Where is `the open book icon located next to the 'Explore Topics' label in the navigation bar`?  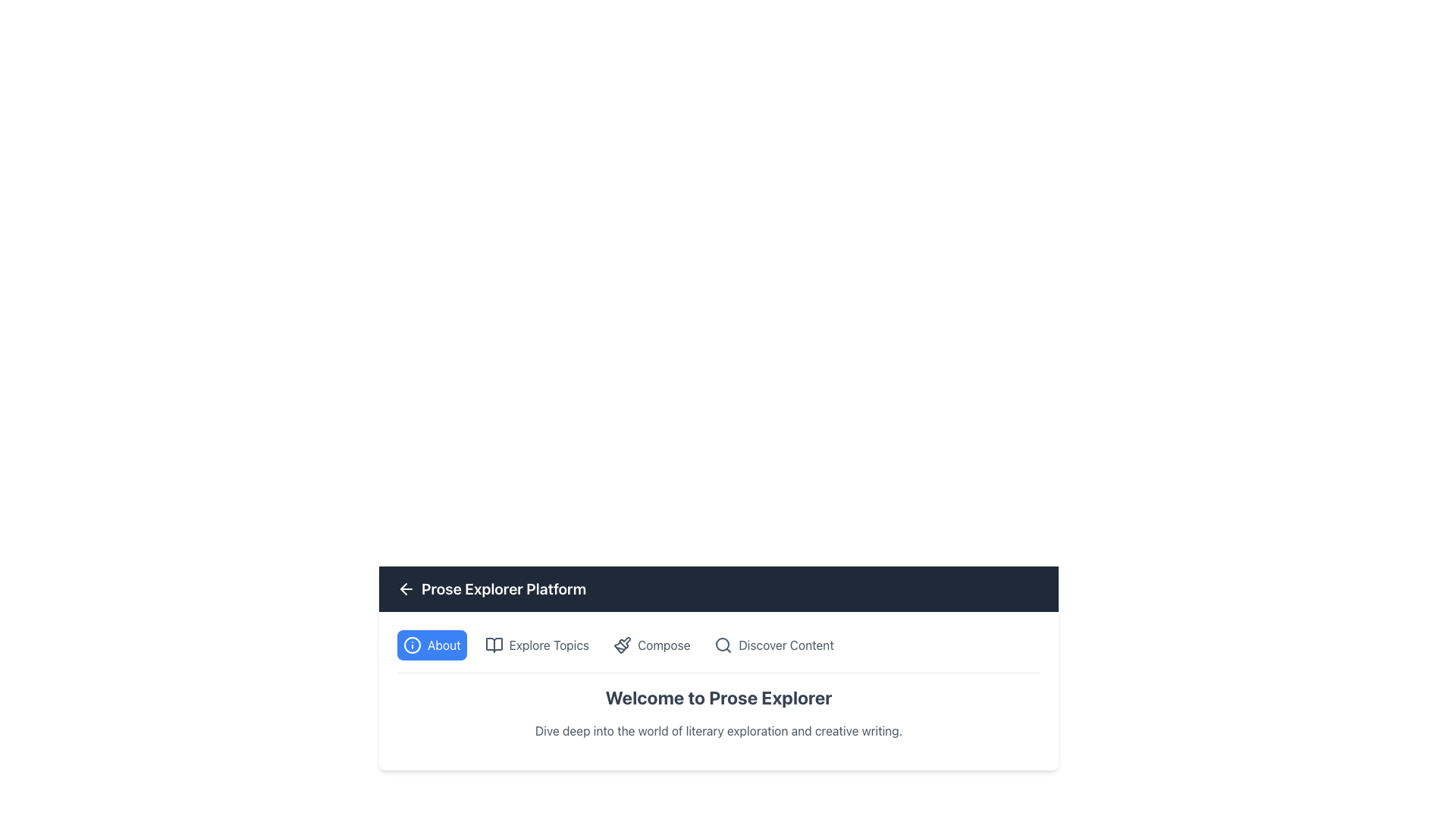 the open book icon located next to the 'Explore Topics' label in the navigation bar is located at coordinates (494, 645).